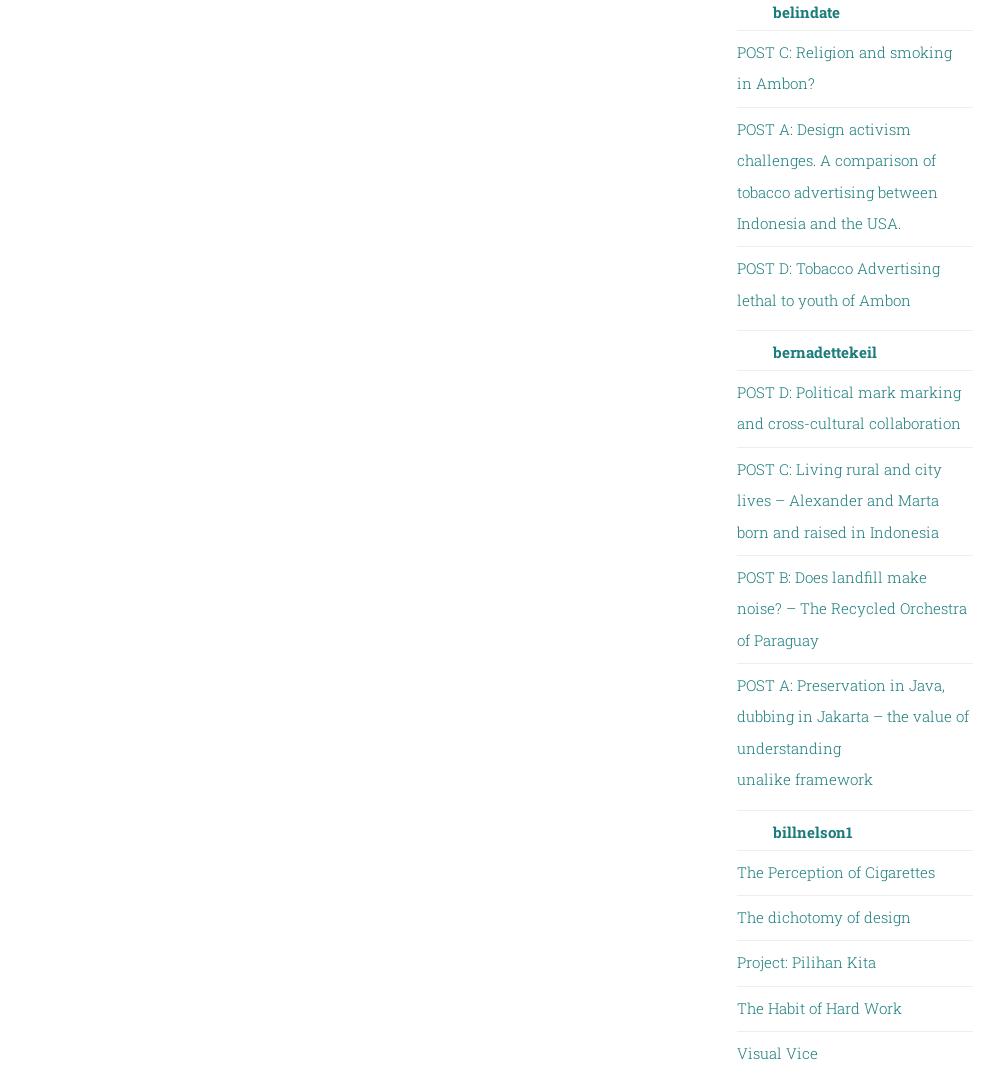 This screenshot has height=1078, width=1000. I want to click on 'The Habit of Hard Work', so click(817, 1005).